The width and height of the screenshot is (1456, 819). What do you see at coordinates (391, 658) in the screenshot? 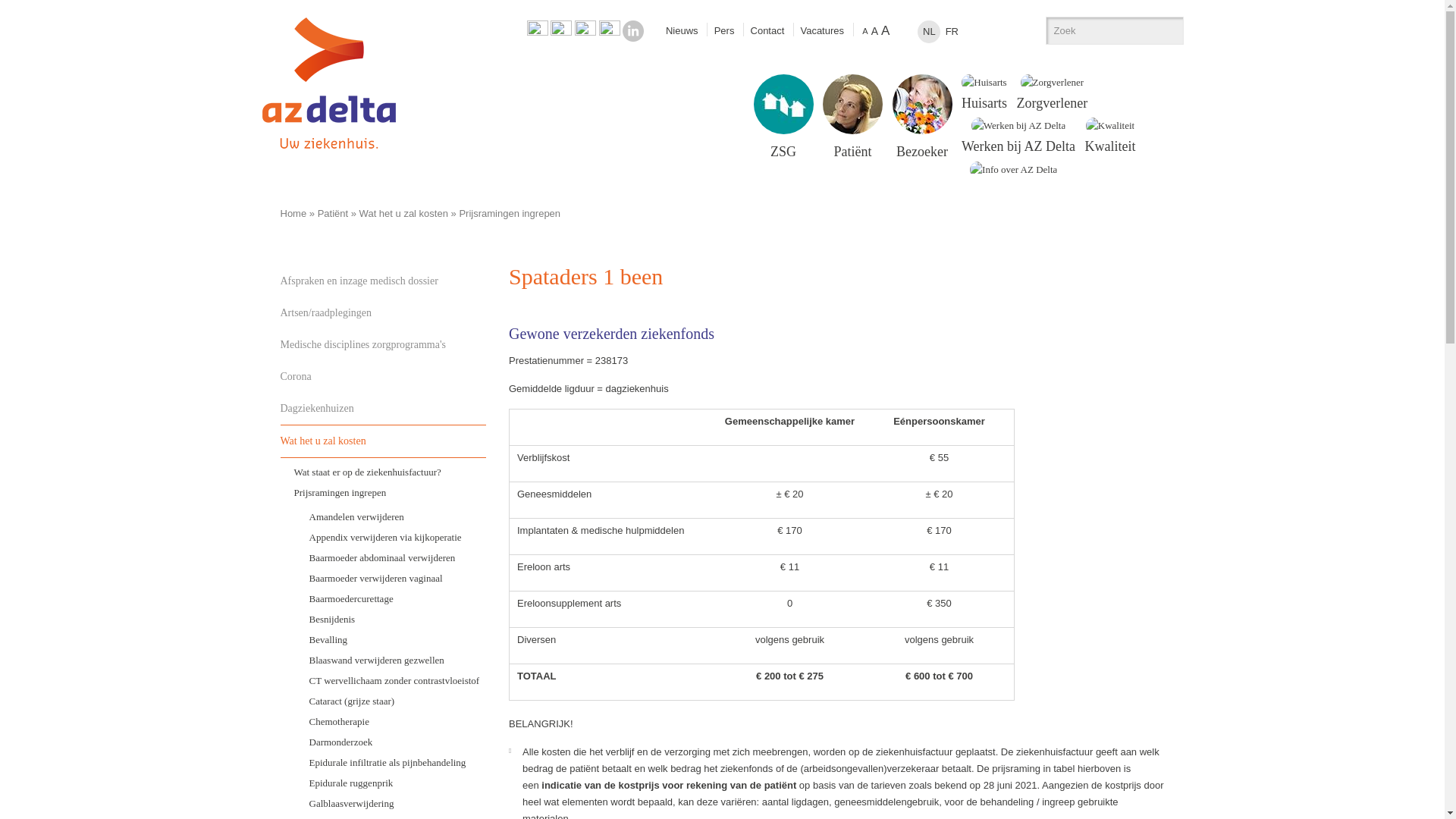
I see `'Blaaswand verwijderen gezwellen'` at bounding box center [391, 658].